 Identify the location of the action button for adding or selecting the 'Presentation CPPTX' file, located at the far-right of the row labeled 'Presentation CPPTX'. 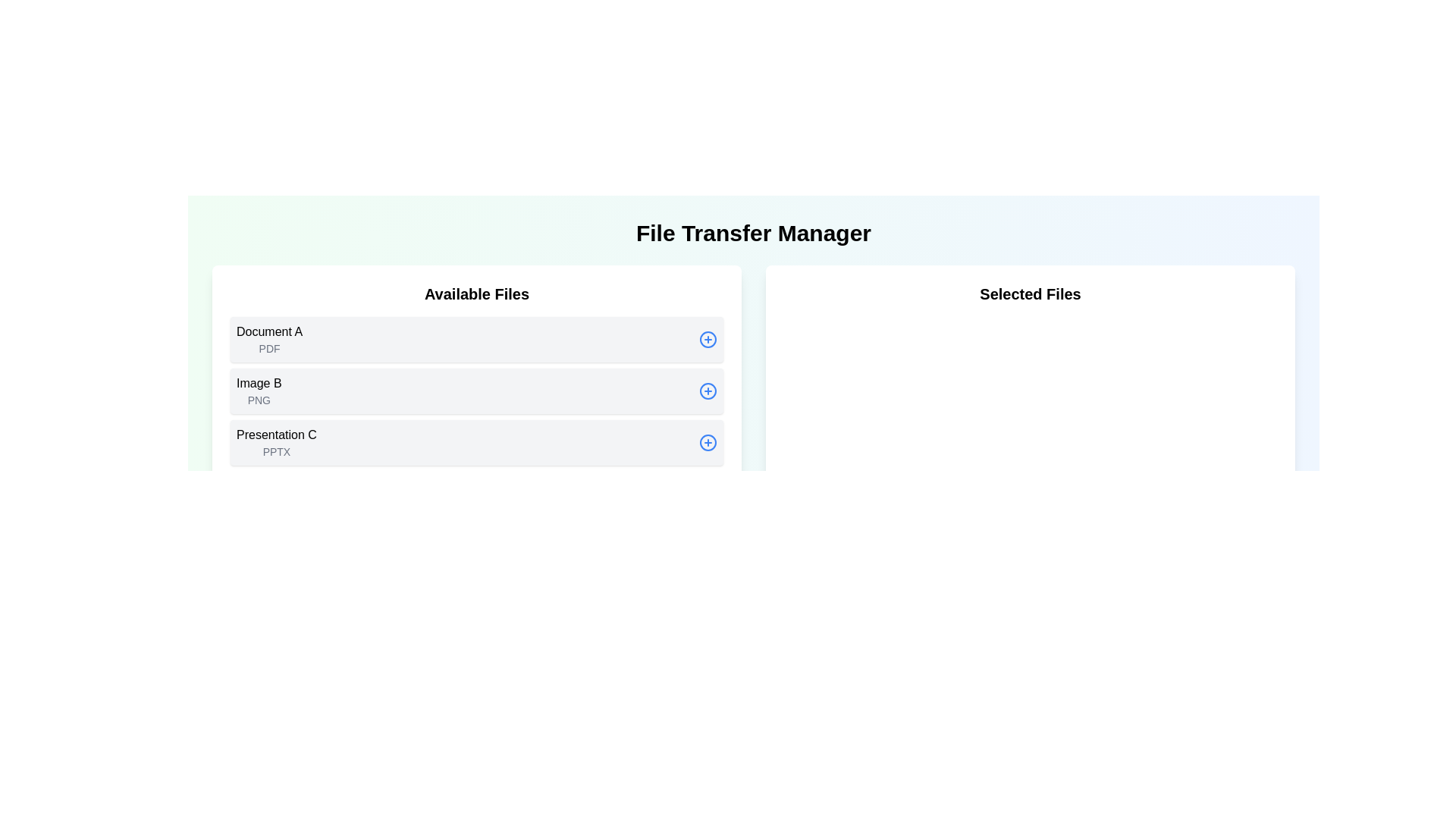
(708, 442).